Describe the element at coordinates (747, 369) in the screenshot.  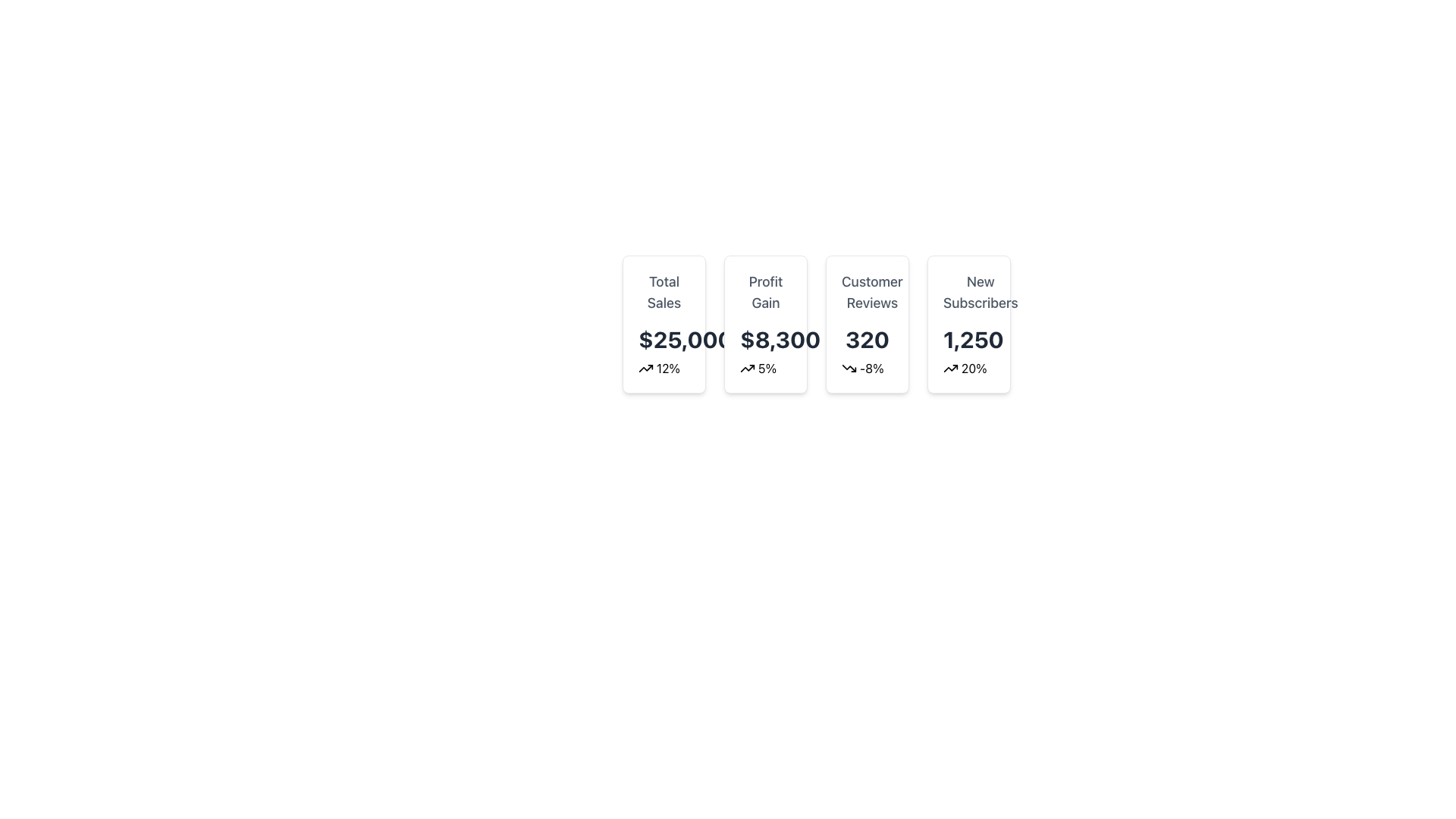
I see `the upward slanting arrow icon representing a trend indicator located in the 'Profit Gain' card, positioned below the main text '$8,300'` at that location.